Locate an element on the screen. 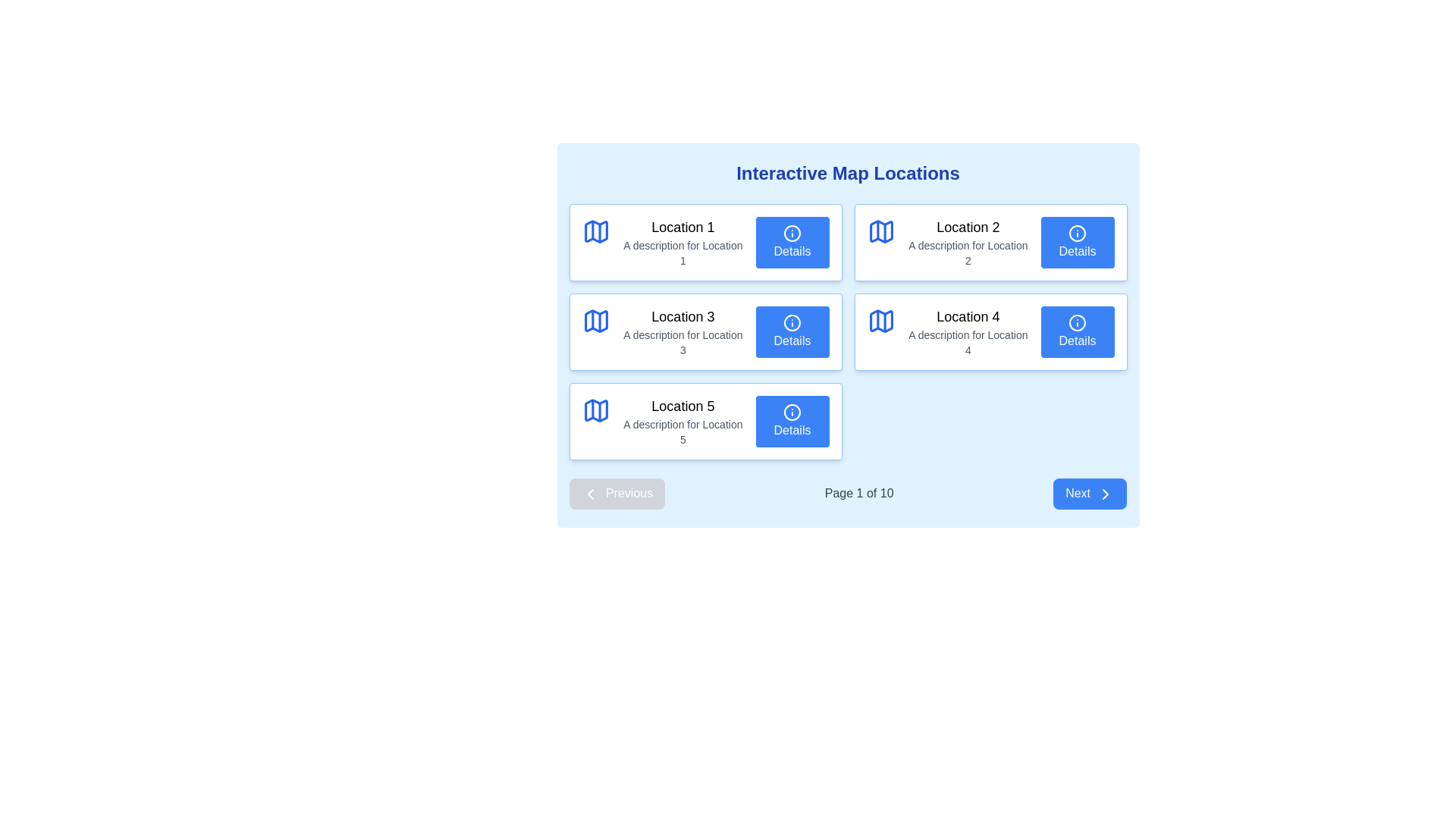 This screenshot has width=1456, height=819. the outlined circle icon with a smaller dot inside, which is embedded within the blue 'Details' button for 'Location 2' in the grid layout is located at coordinates (1076, 234).